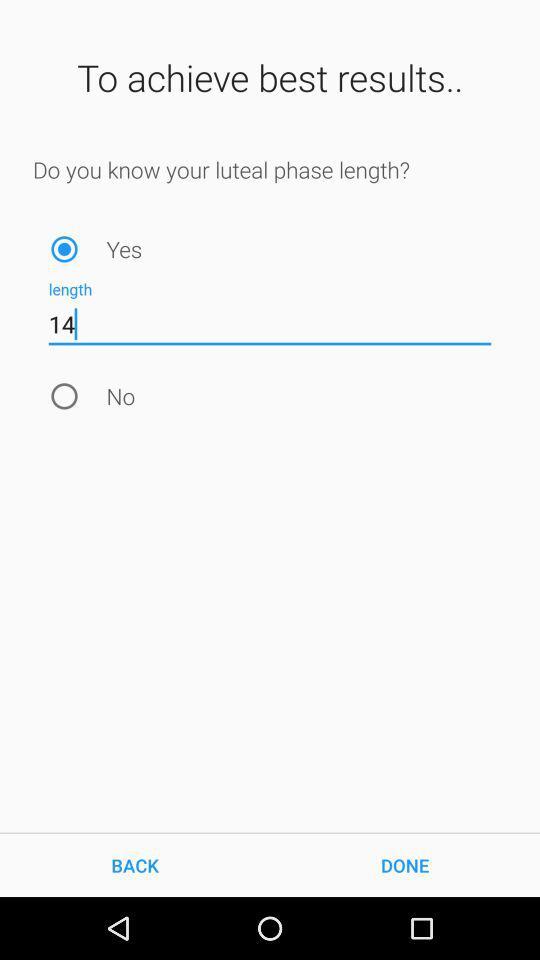  Describe the element at coordinates (405, 864) in the screenshot. I see `the item to the right of back icon` at that location.